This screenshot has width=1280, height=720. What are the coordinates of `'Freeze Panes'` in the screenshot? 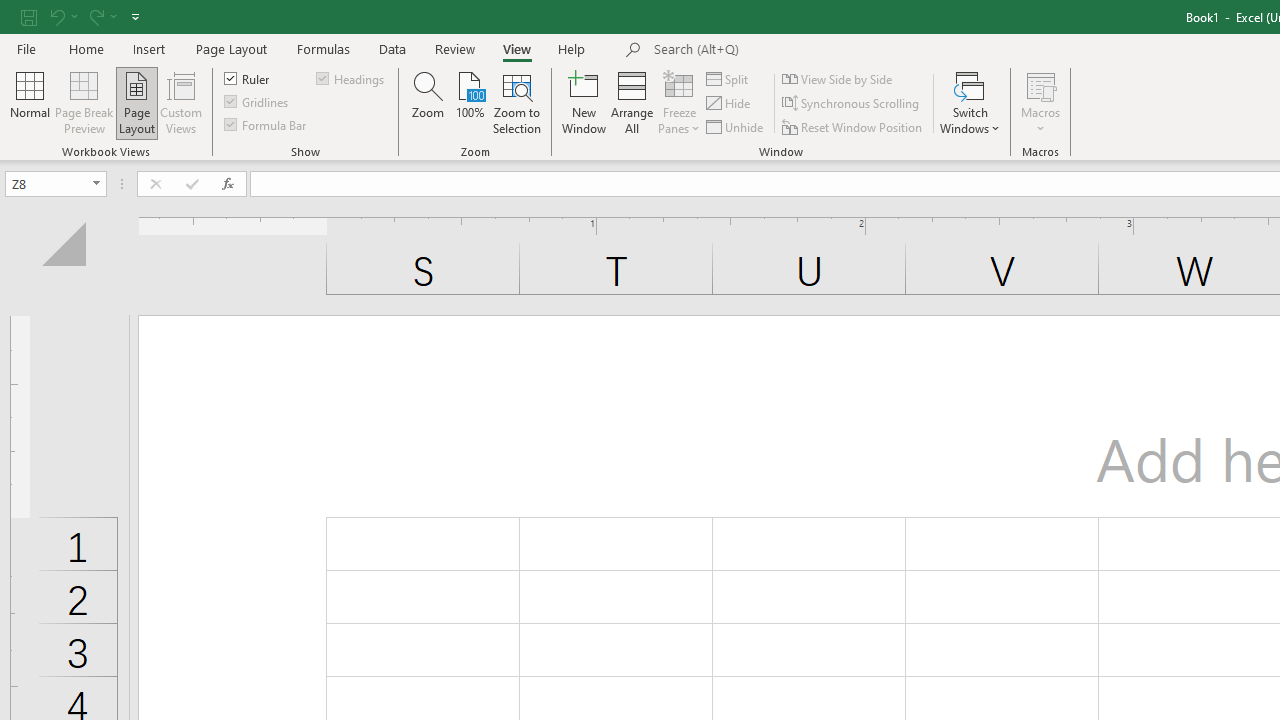 It's located at (679, 103).